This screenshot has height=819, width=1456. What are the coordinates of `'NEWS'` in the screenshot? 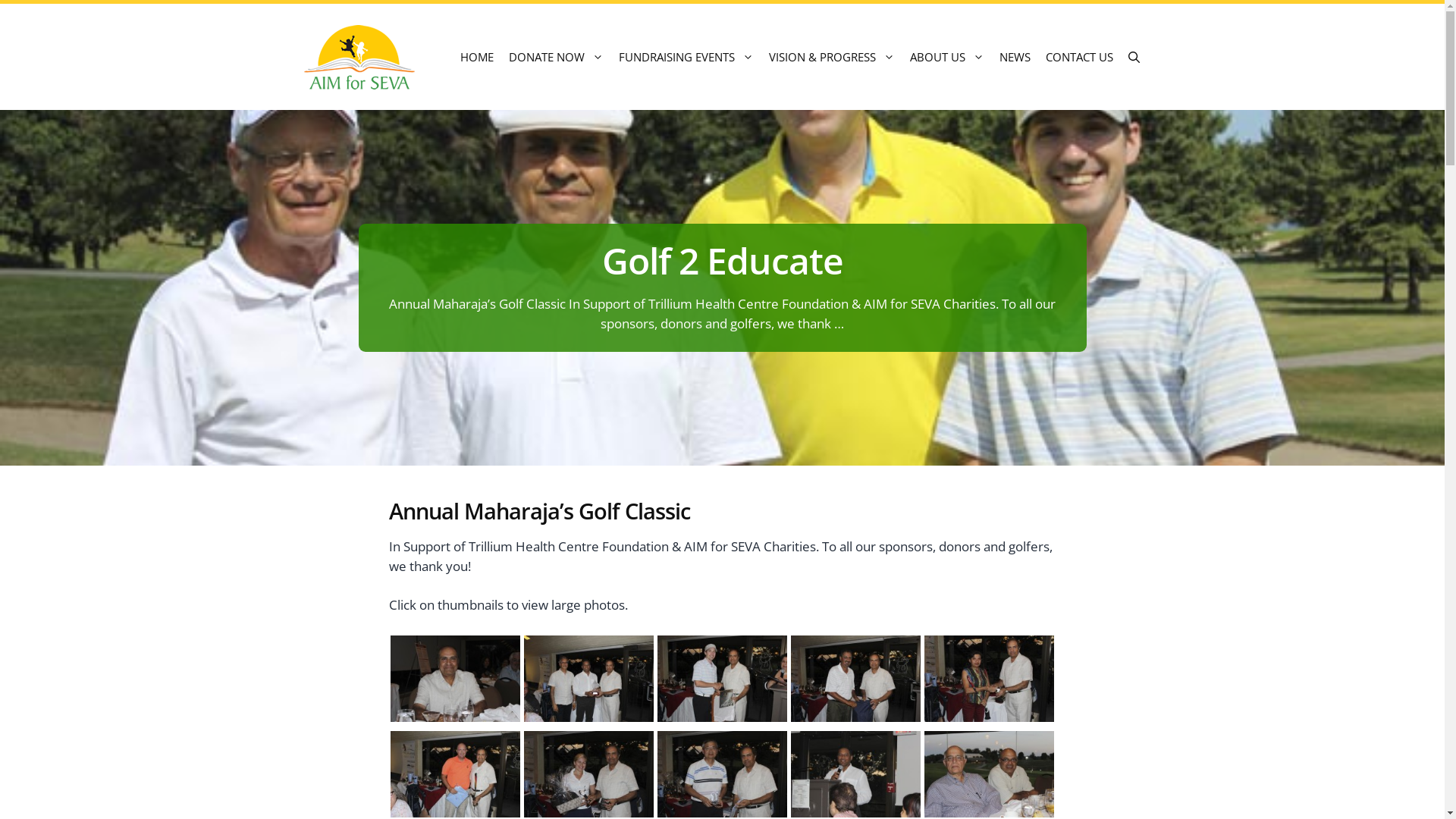 It's located at (1015, 55).